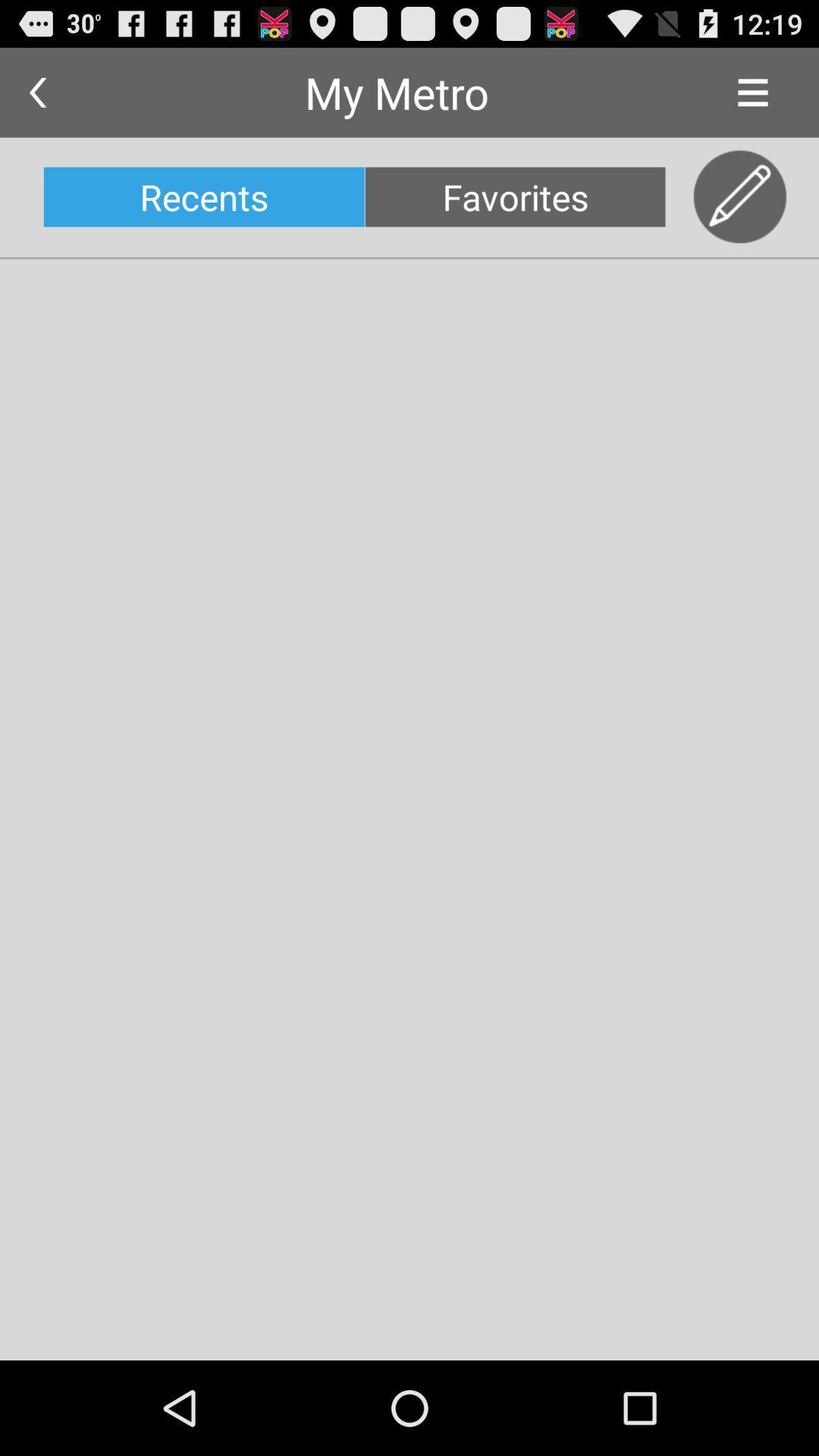  What do you see at coordinates (739, 196) in the screenshot?
I see `the app next to favorites icon` at bounding box center [739, 196].